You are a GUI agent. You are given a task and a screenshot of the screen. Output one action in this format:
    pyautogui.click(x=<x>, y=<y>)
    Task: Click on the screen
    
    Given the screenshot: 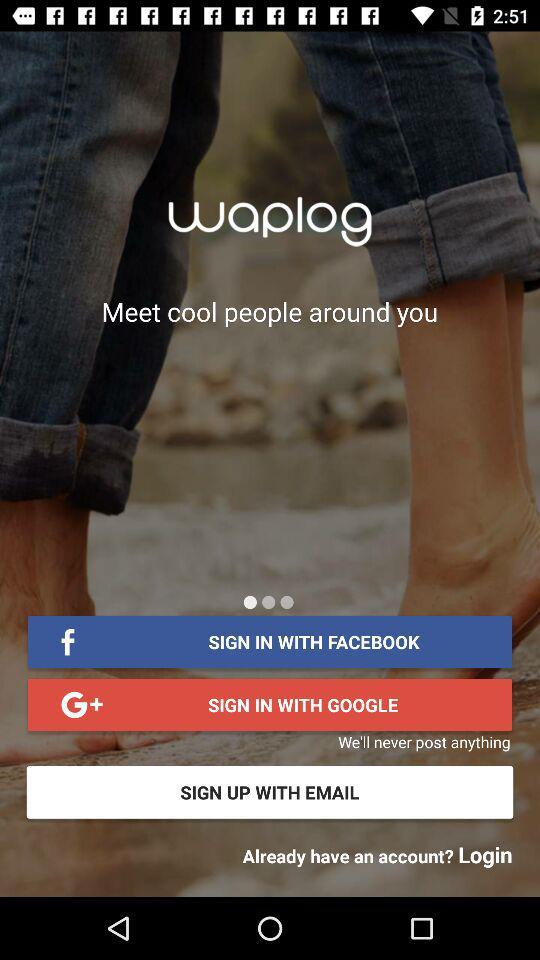 What is the action you would take?
    pyautogui.click(x=286, y=601)
    